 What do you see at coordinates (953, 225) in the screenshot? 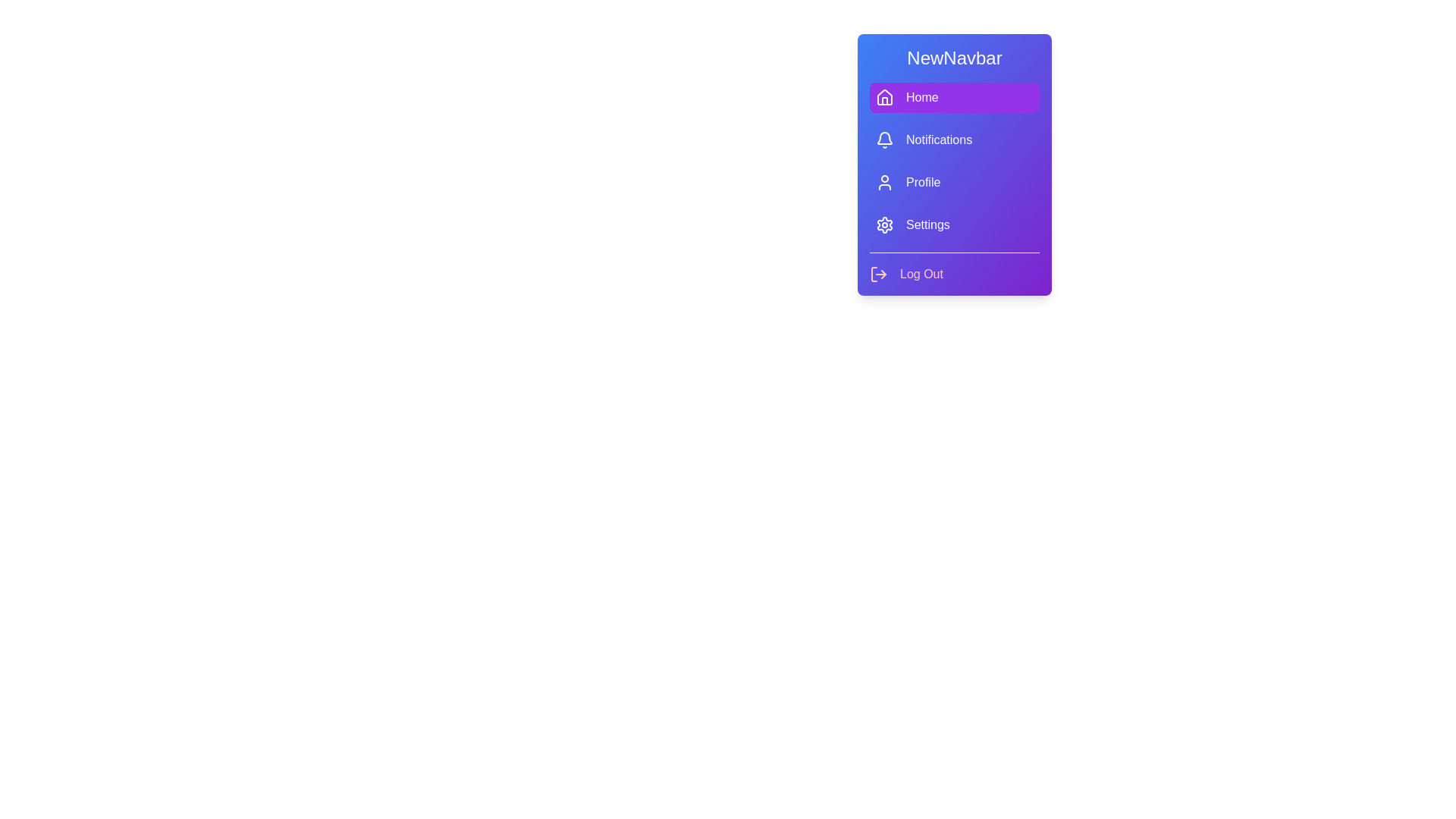
I see `the settings button-like navigation link located in the sidebar menu for accessibility navigation` at bounding box center [953, 225].